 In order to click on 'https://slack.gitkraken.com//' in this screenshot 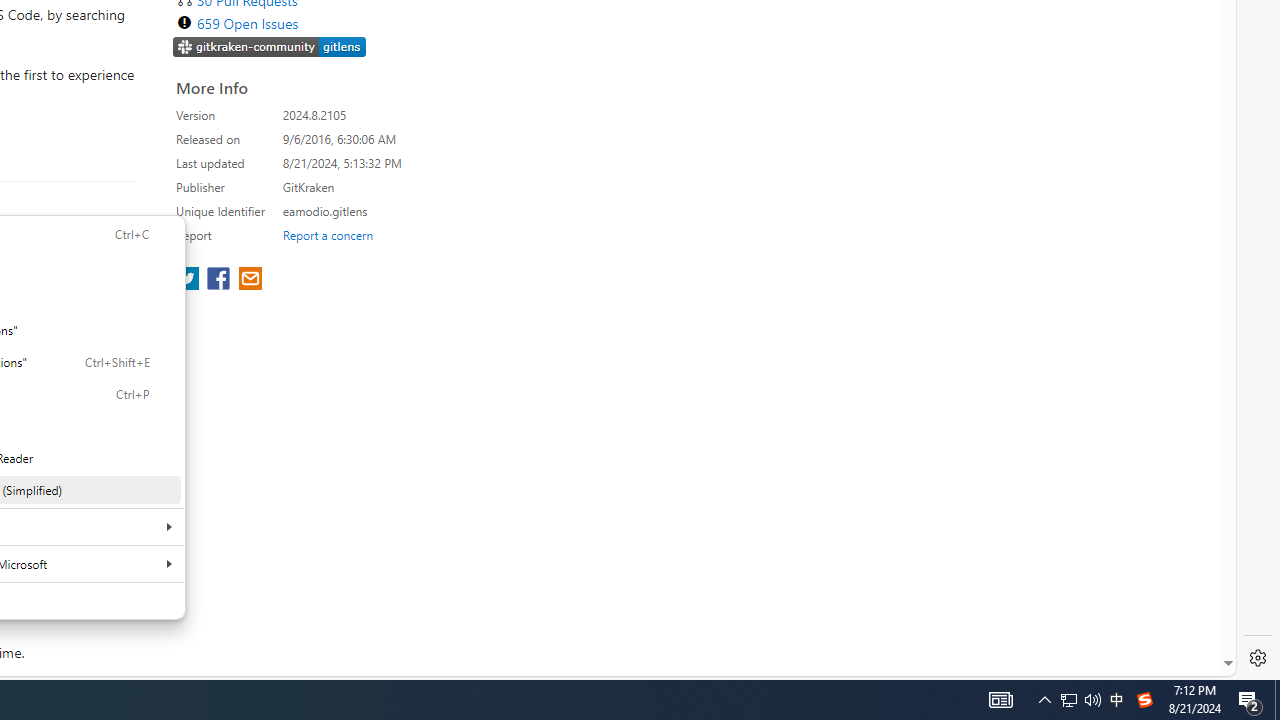, I will do `click(269, 47)`.